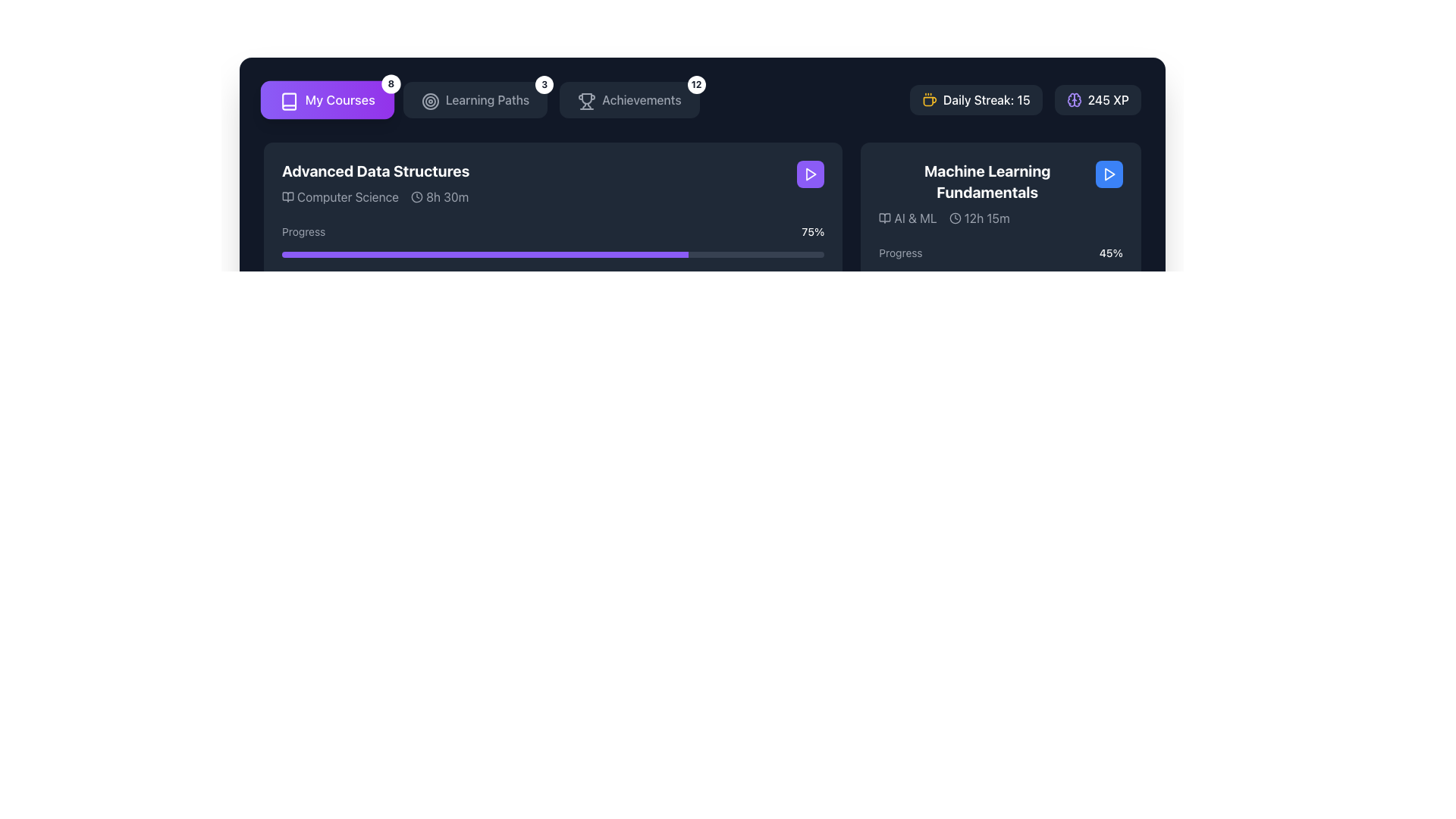 The height and width of the screenshot is (819, 1456). Describe the element at coordinates (987, 218) in the screenshot. I see `the text label displaying '12h 15m' in the 'Machine Learning Fundamentals' area, which is styled in white over a dark background` at that location.